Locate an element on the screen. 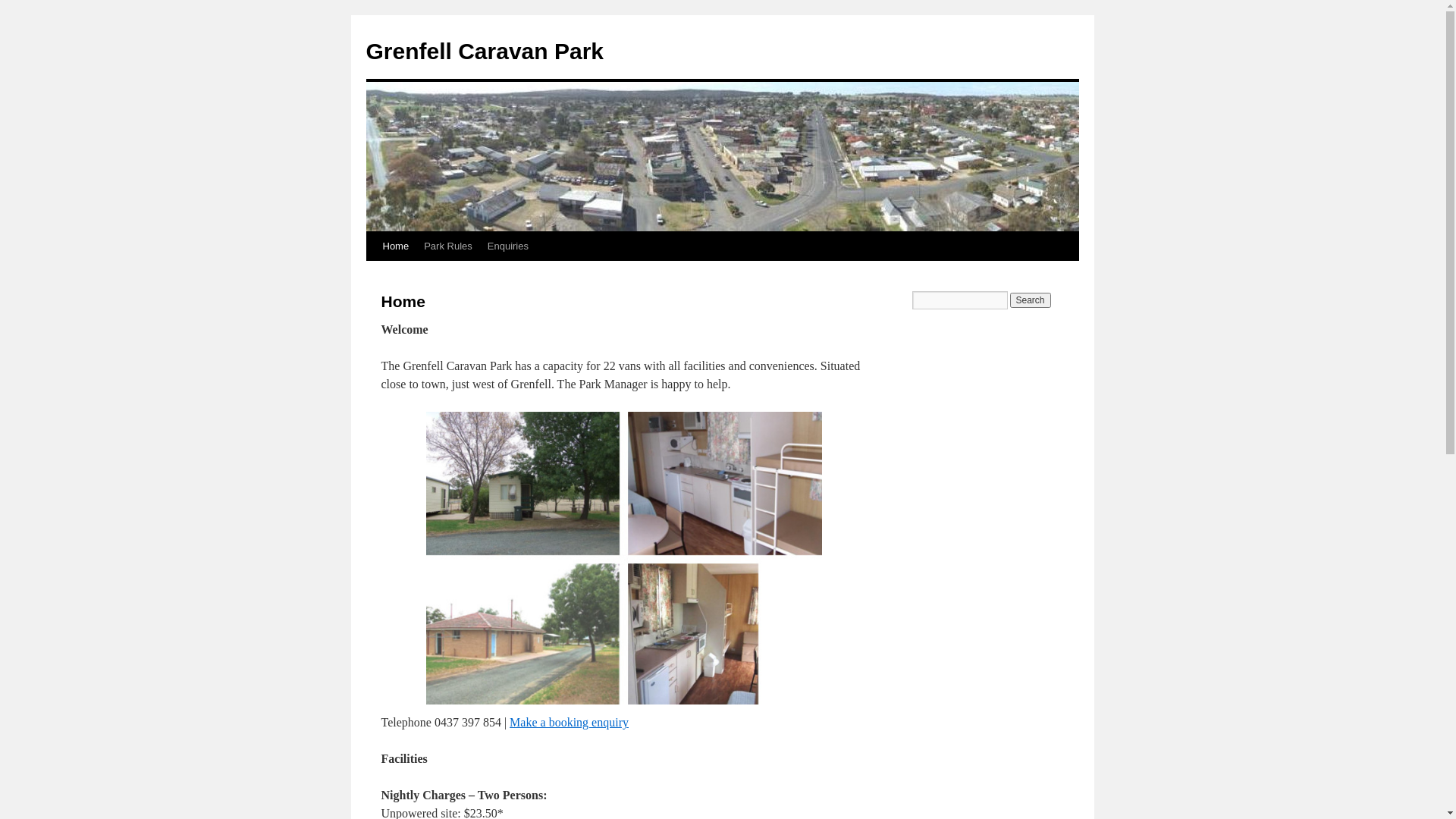 The width and height of the screenshot is (1456, 819). 'Enquiries' is located at coordinates (508, 245).